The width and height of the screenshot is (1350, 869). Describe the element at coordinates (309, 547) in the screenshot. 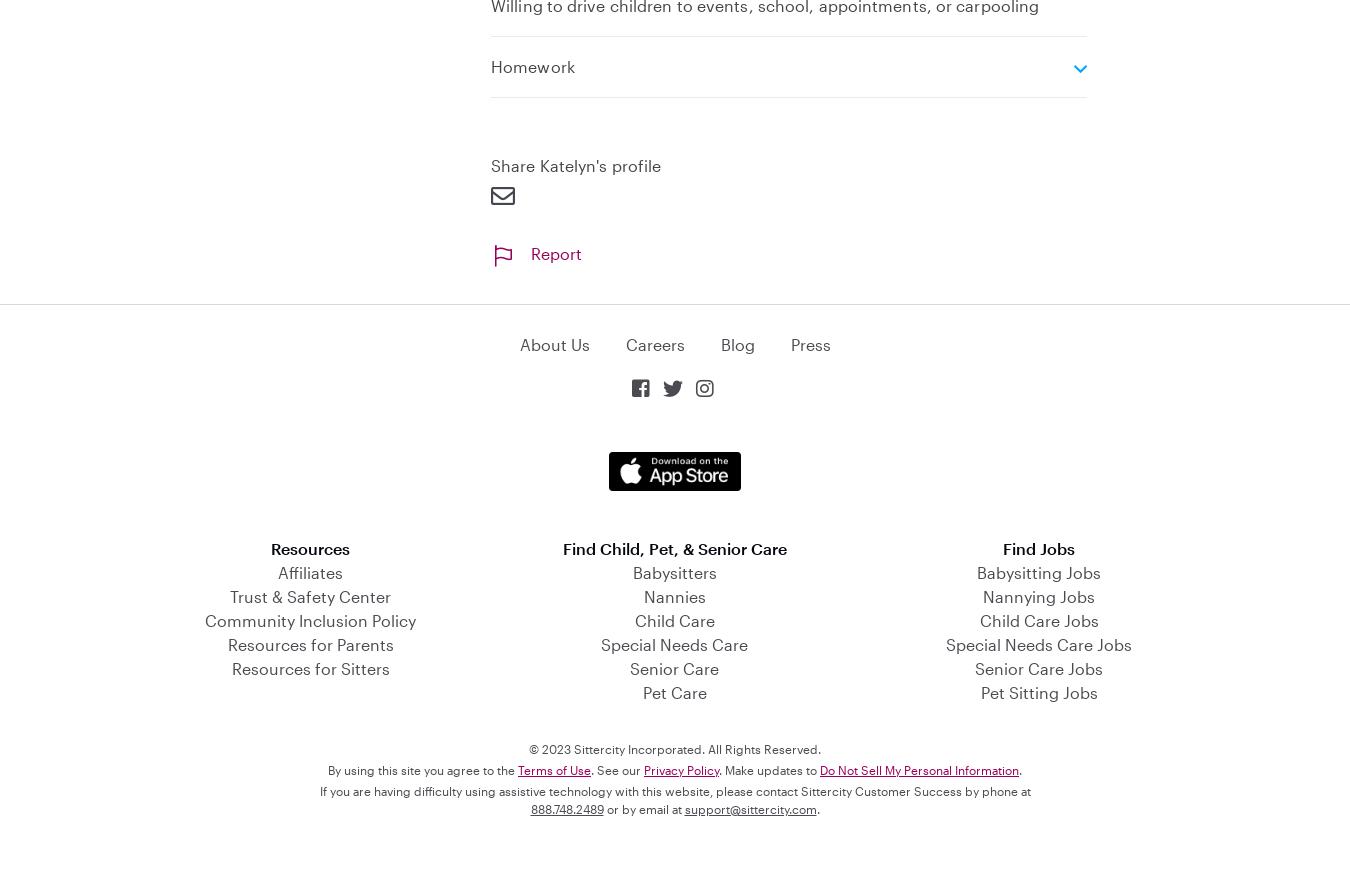

I see `'Resources'` at that location.